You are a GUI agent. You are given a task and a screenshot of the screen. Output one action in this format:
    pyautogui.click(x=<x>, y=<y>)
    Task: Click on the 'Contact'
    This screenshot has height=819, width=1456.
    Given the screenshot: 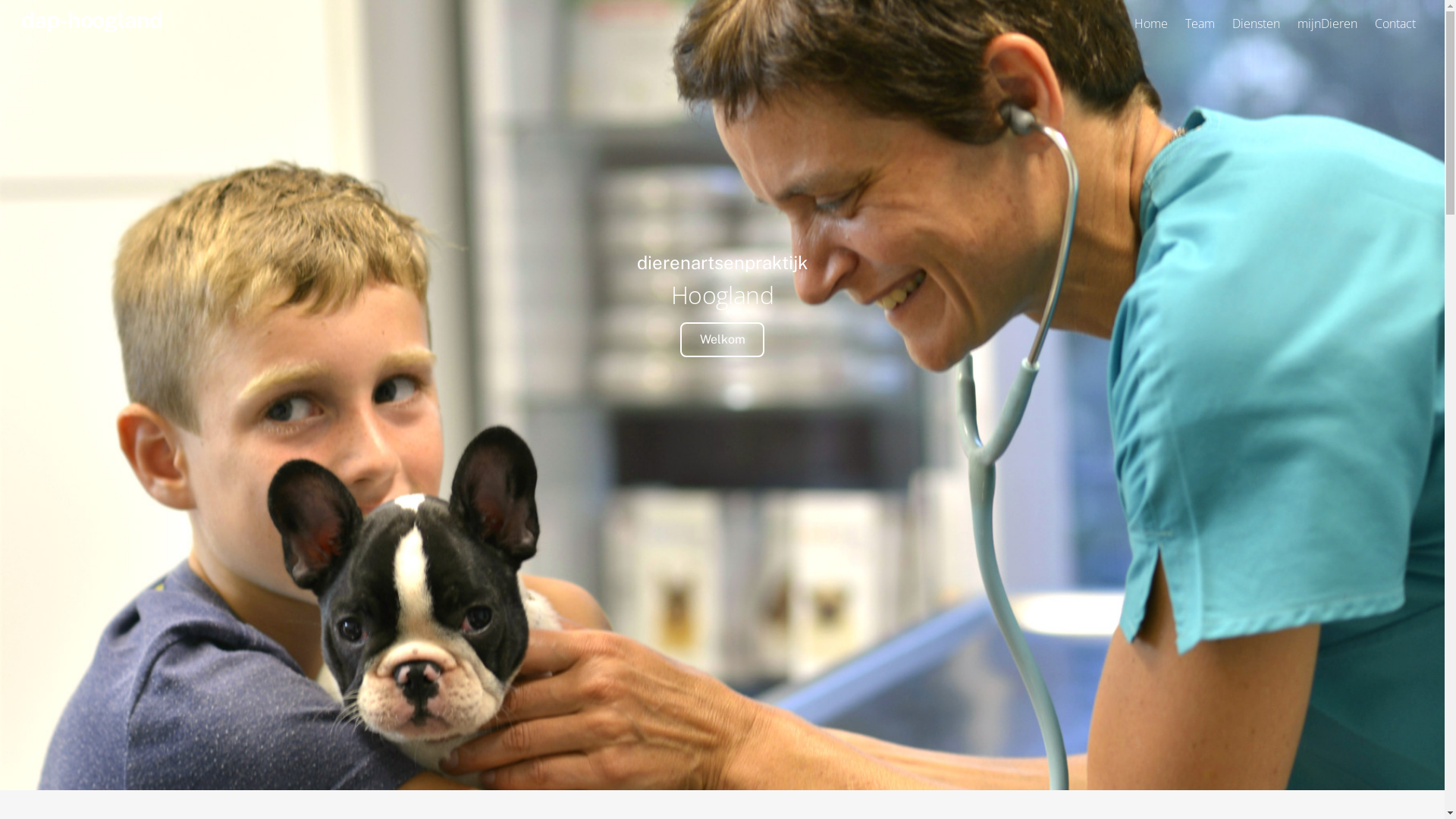 What is the action you would take?
    pyautogui.click(x=1368, y=23)
    